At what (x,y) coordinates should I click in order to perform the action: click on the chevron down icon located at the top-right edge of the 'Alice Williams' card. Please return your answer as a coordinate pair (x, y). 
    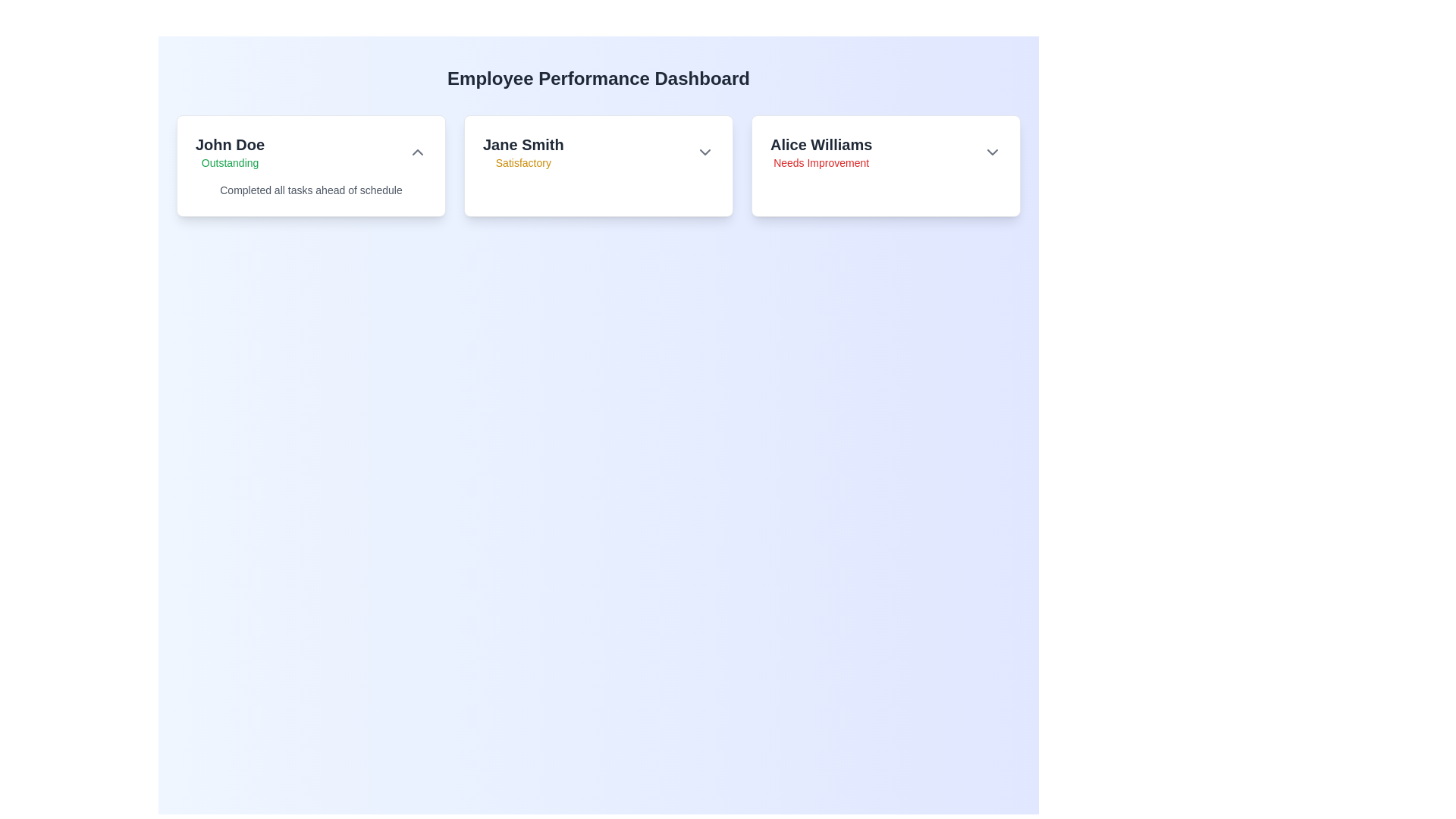
    Looking at the image, I should click on (993, 152).